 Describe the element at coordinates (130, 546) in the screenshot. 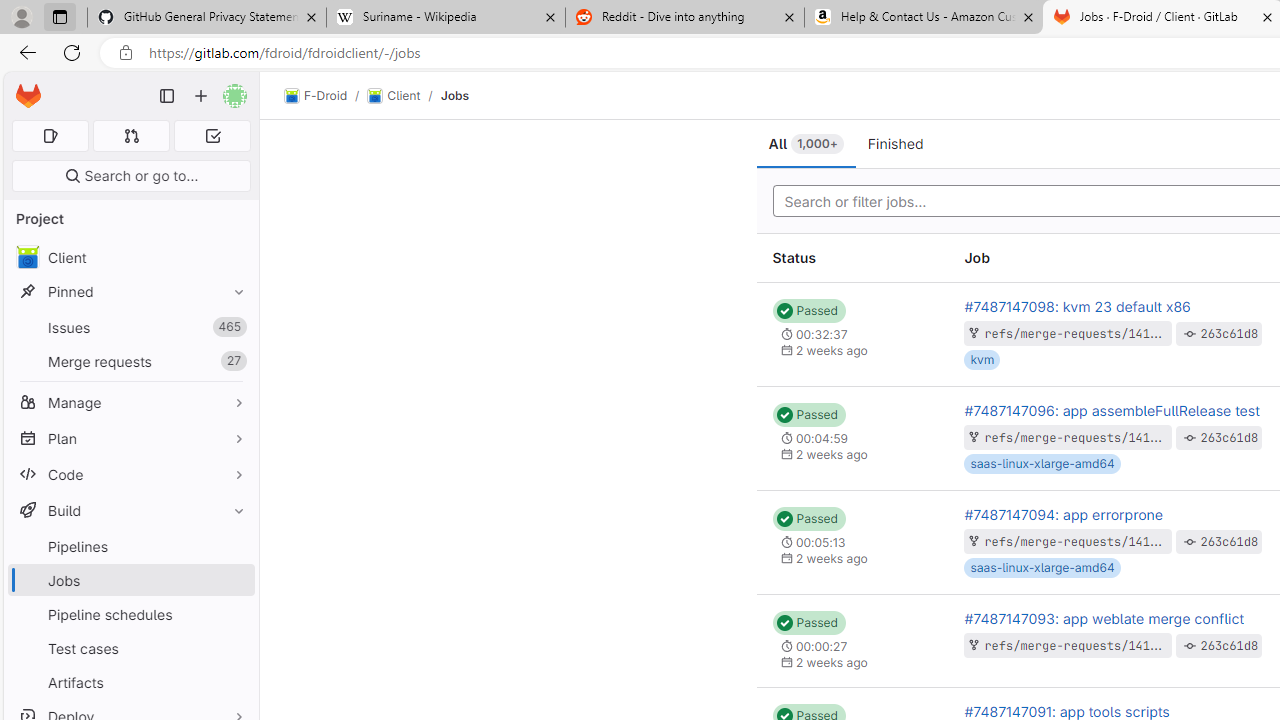

I see `'Pipelines'` at that location.